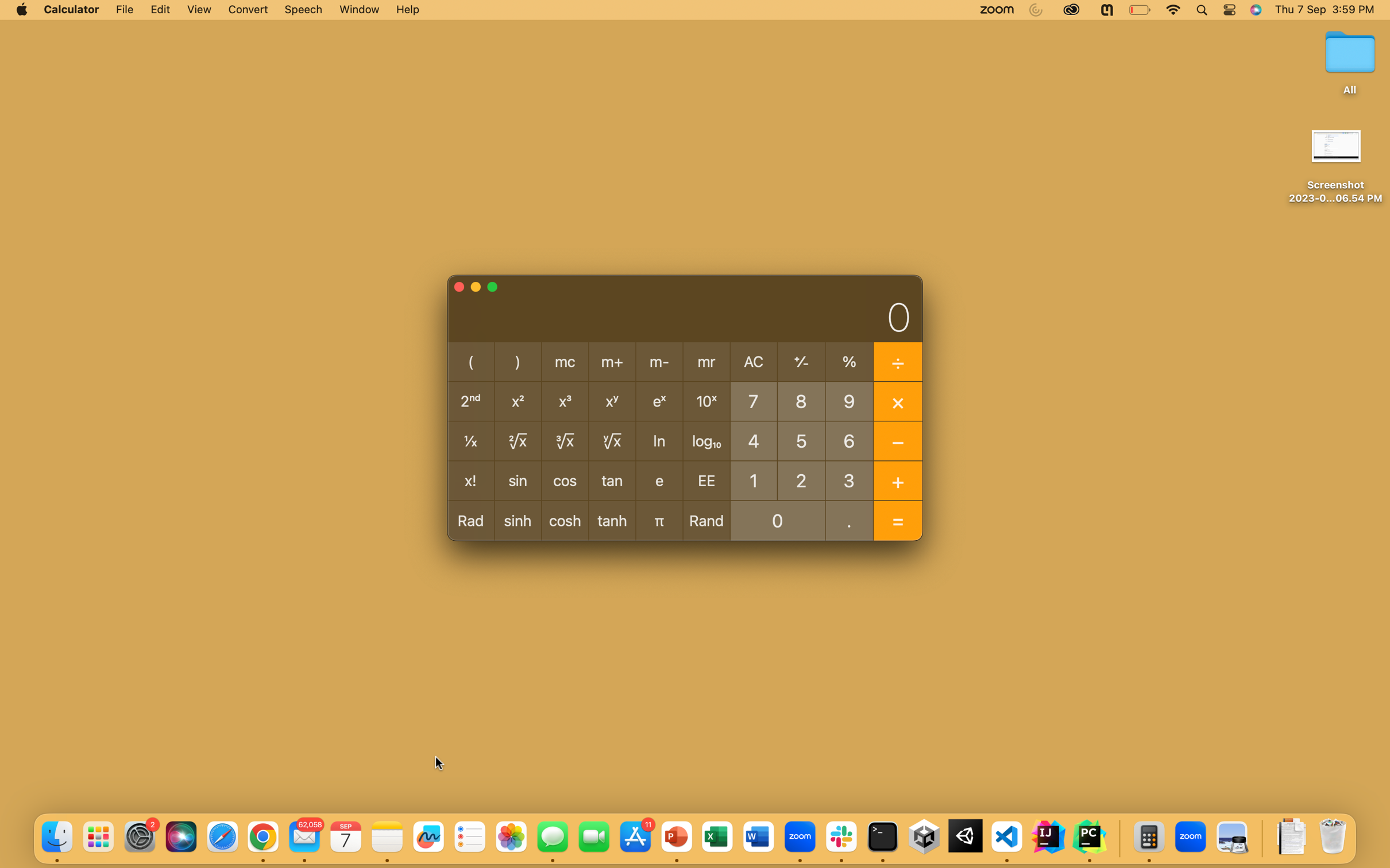  I want to click on Compute 5 percent from total of 20, so click(801, 439).